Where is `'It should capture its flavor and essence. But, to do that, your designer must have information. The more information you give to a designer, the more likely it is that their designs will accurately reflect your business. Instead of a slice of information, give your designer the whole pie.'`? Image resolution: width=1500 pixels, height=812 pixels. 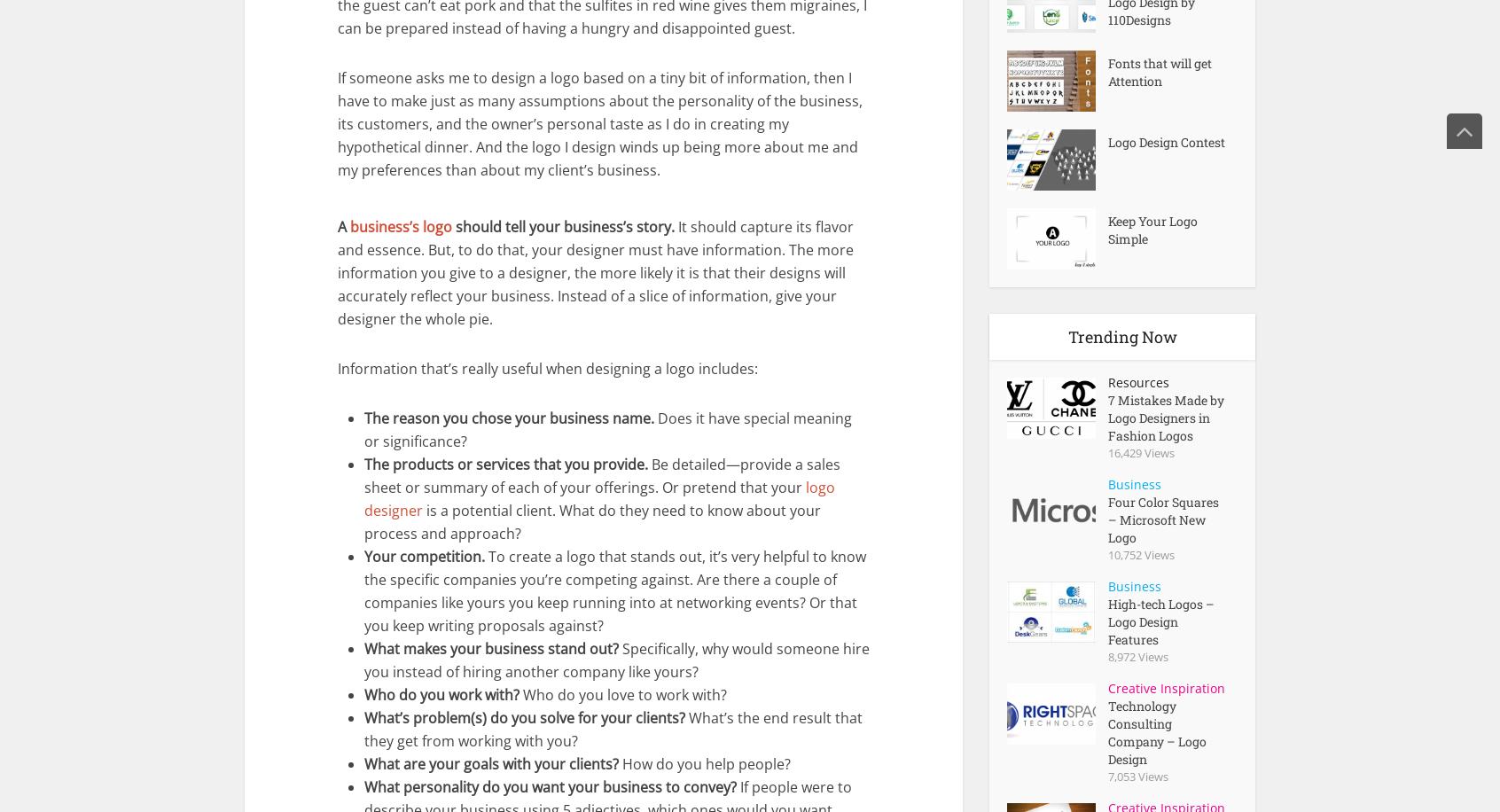
'It should capture its flavor and essence. But, to do that, your designer must have information. The more information you give to a designer, the more likely it is that their designs will accurately reflect your business. Instead of a slice of information, give your designer the whole pie.' is located at coordinates (596, 271).